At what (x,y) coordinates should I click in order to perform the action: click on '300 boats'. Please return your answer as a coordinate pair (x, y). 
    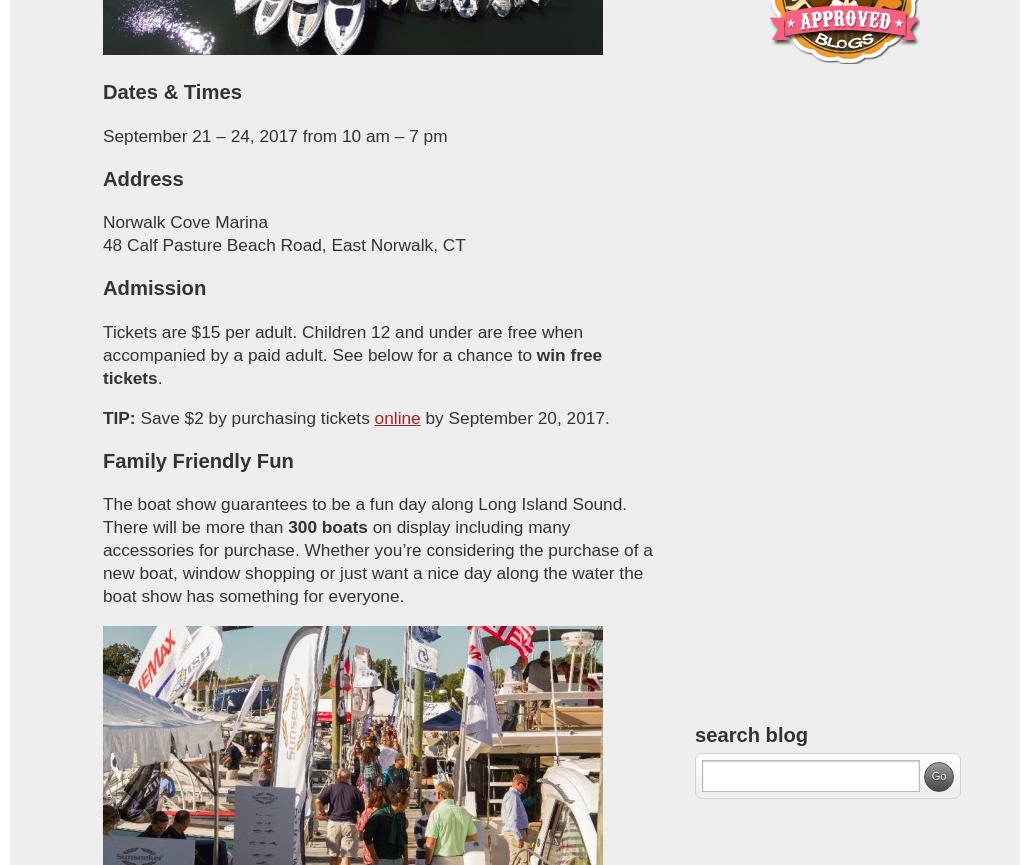
    Looking at the image, I should click on (326, 525).